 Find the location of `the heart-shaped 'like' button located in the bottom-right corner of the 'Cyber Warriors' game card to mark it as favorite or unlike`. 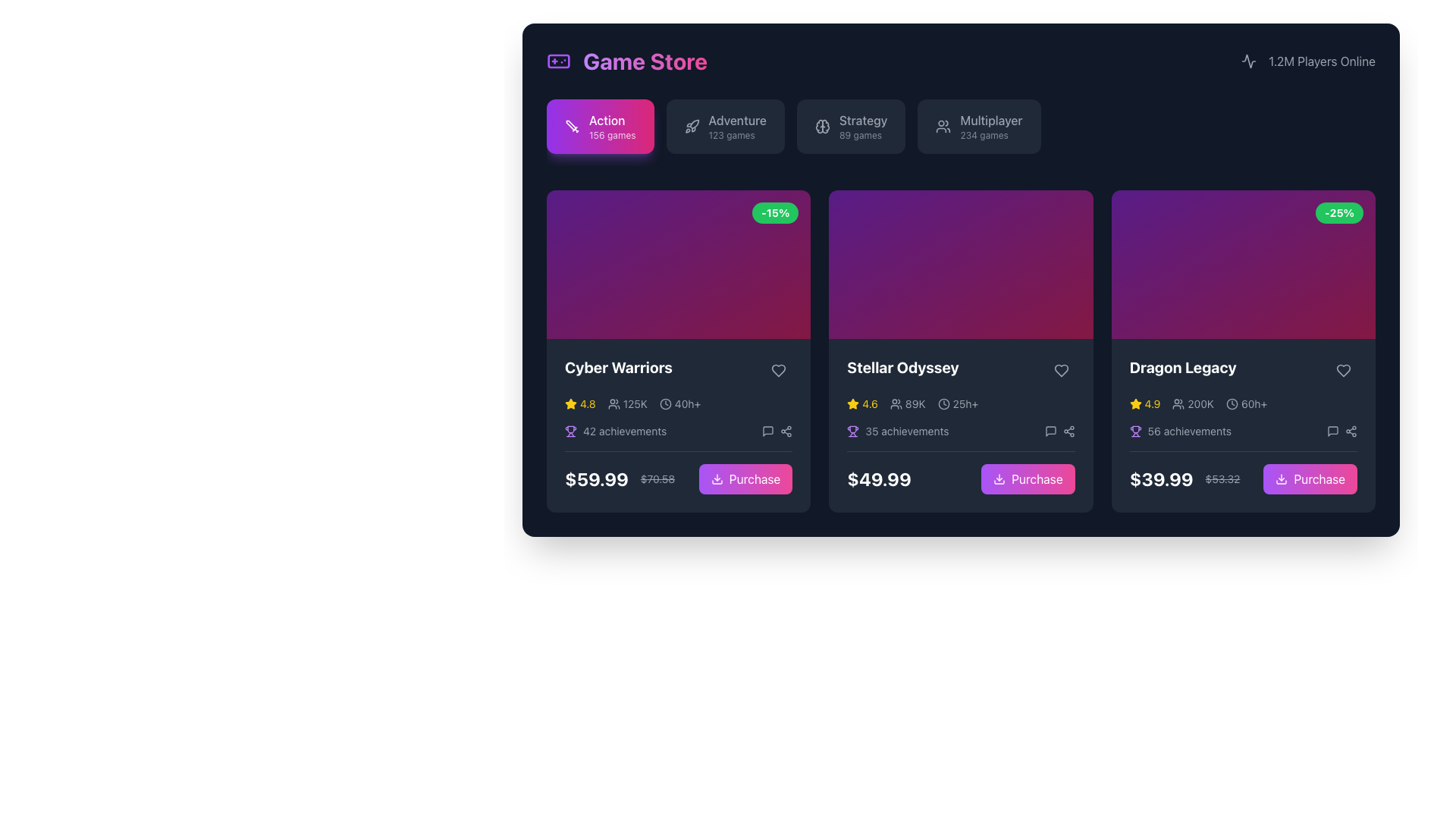

the heart-shaped 'like' button located in the bottom-right corner of the 'Cyber Warriors' game card to mark it as favorite or unlike is located at coordinates (779, 370).